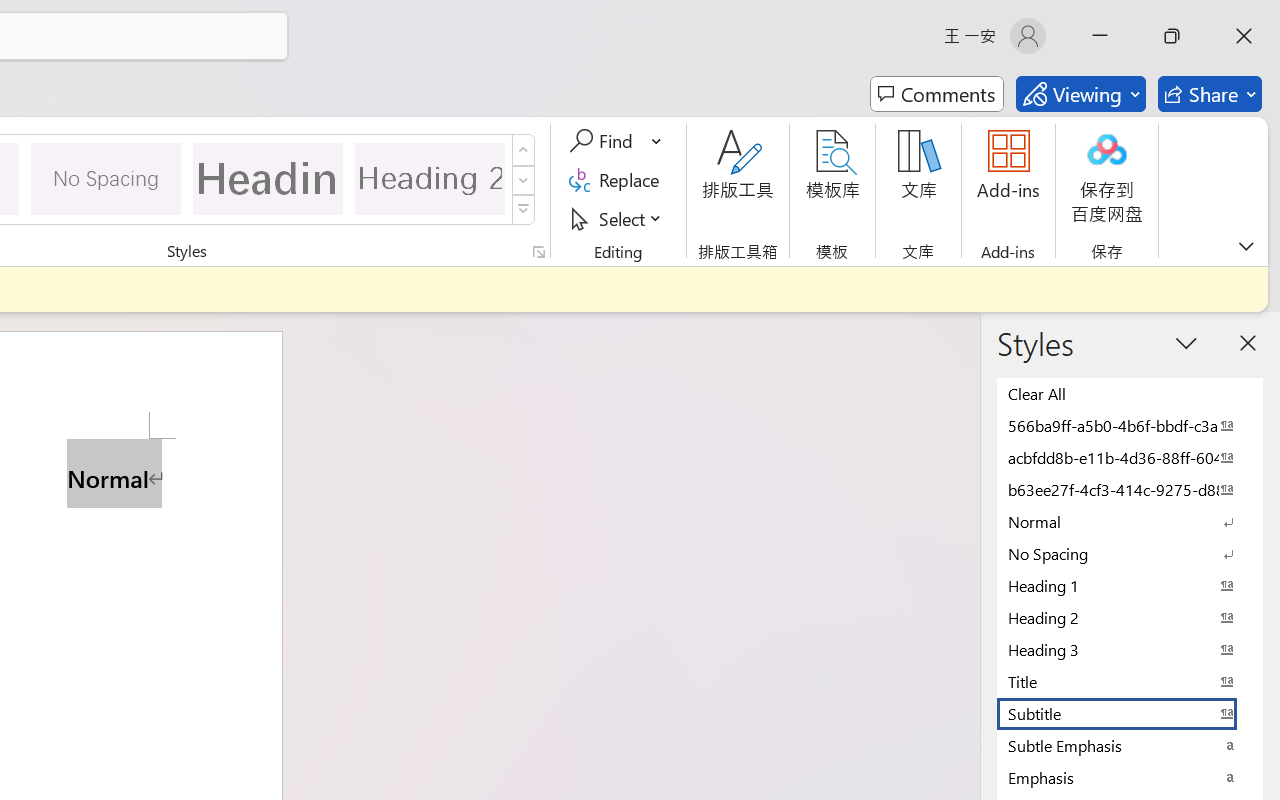  Describe the element at coordinates (523, 150) in the screenshot. I see `'Row up'` at that location.